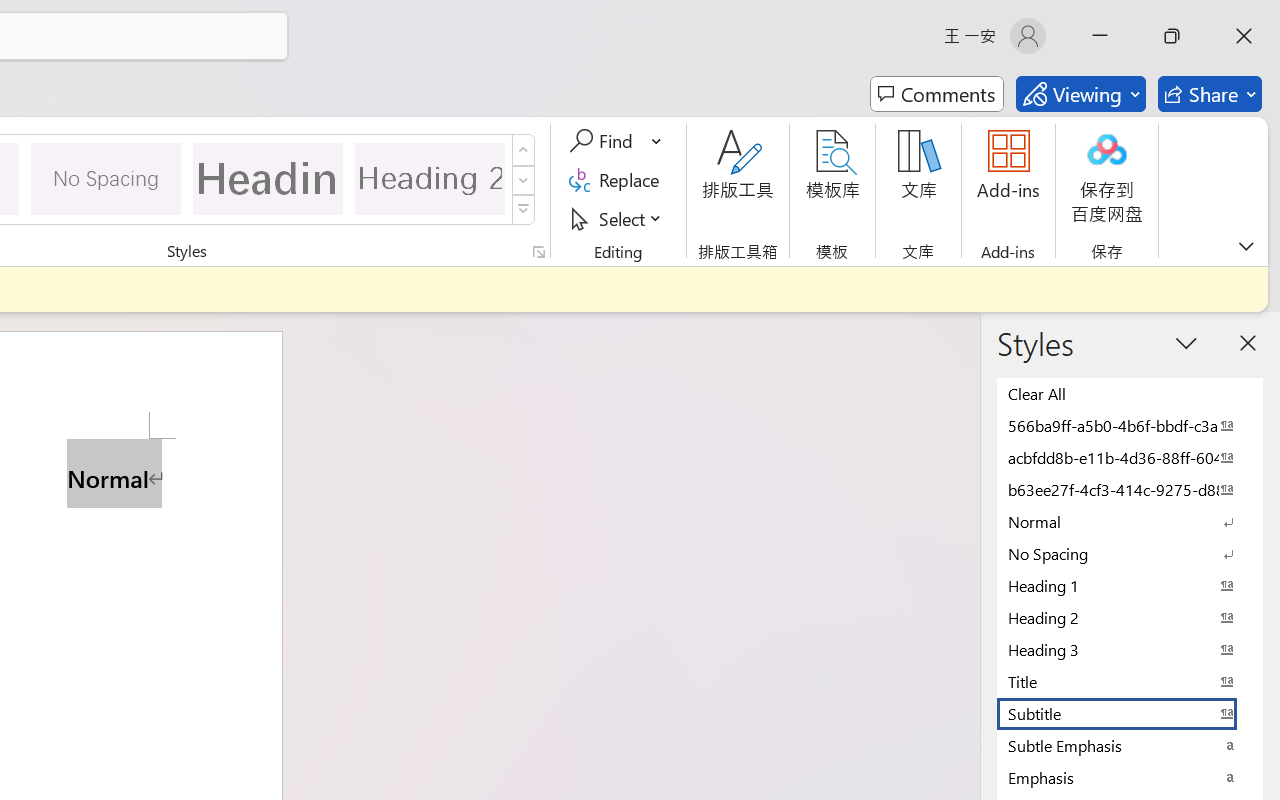  Describe the element at coordinates (523, 150) in the screenshot. I see `'Row up'` at that location.